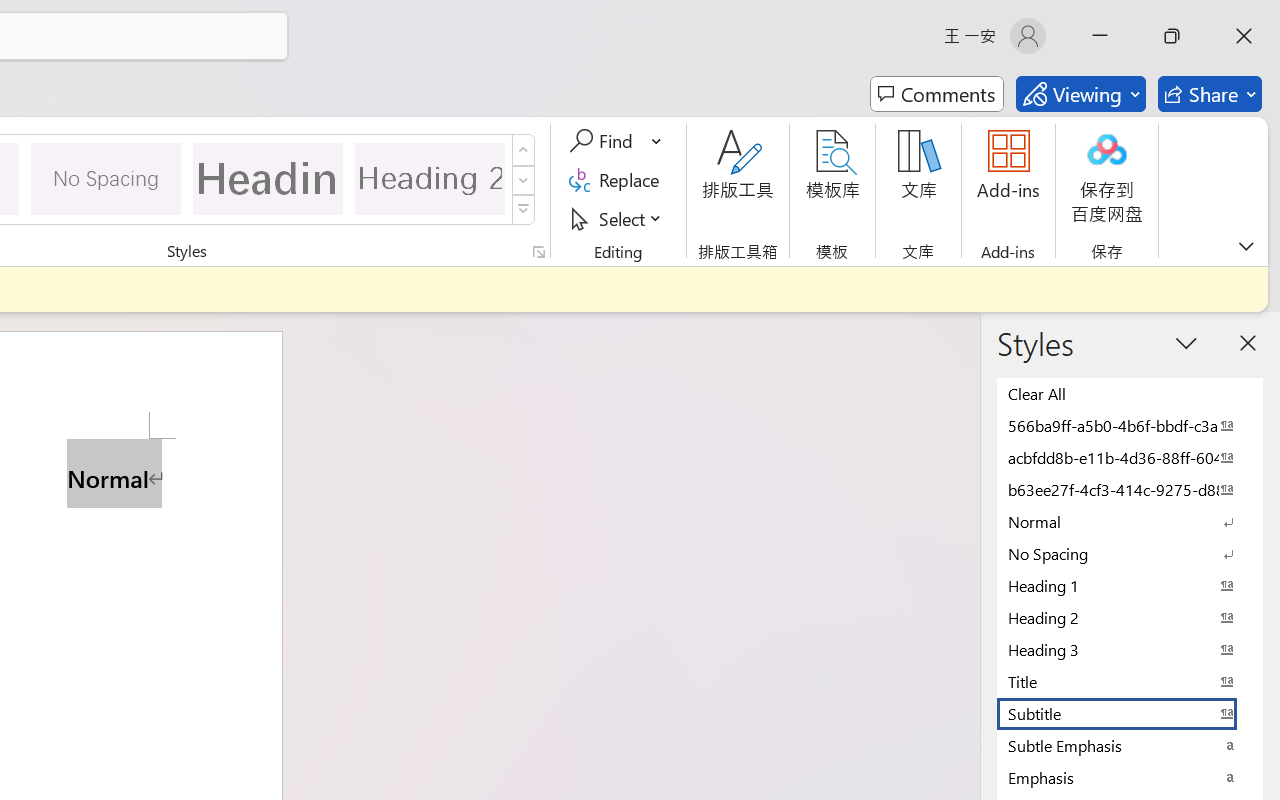  Describe the element at coordinates (523, 150) in the screenshot. I see `'Row up'` at that location.